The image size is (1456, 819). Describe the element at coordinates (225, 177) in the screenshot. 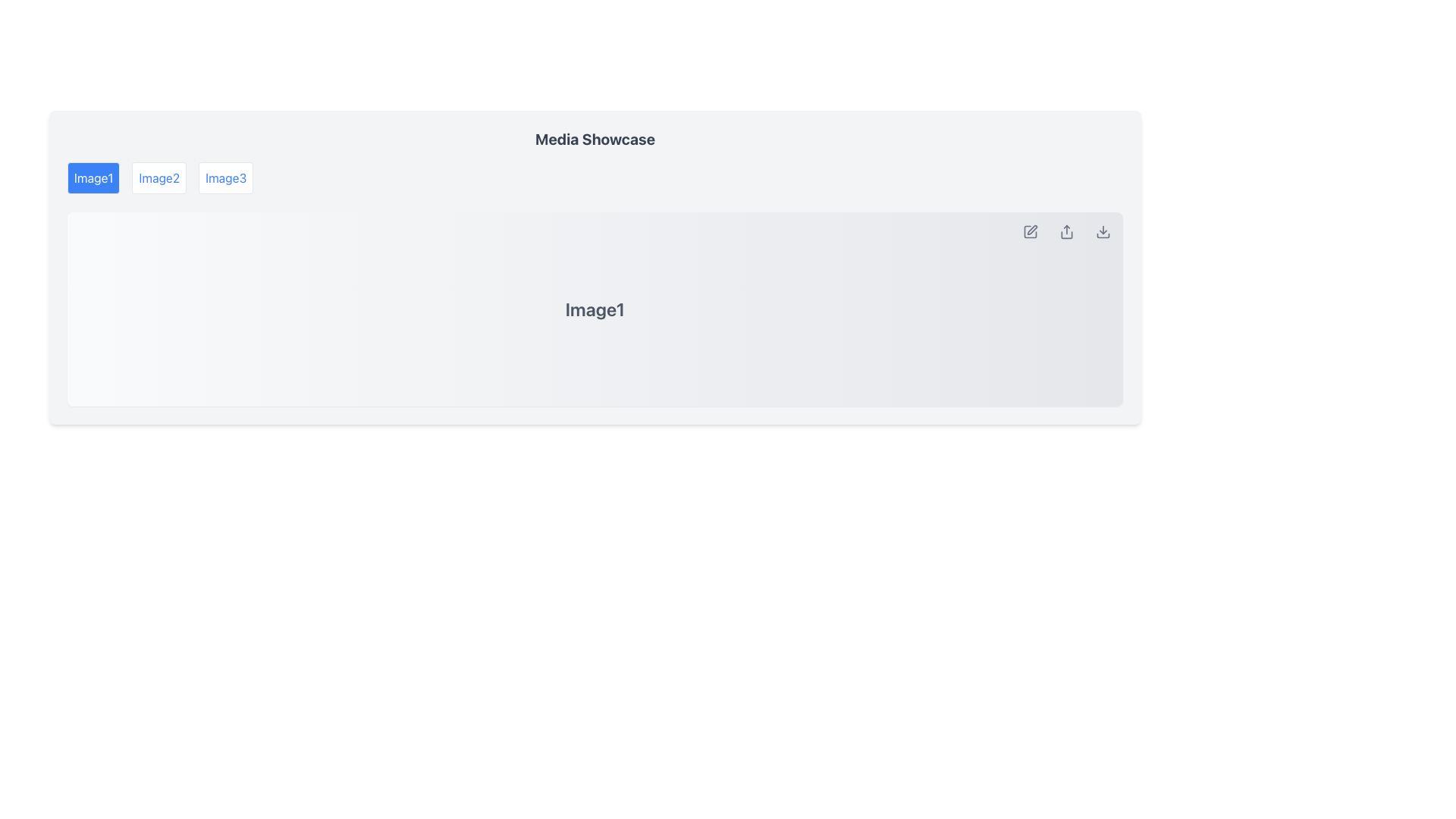

I see `the 'Image3' button, which is styled with a blue text on a white background and is the third button in a horizontal group below the 'Media Showcase' heading` at that location.